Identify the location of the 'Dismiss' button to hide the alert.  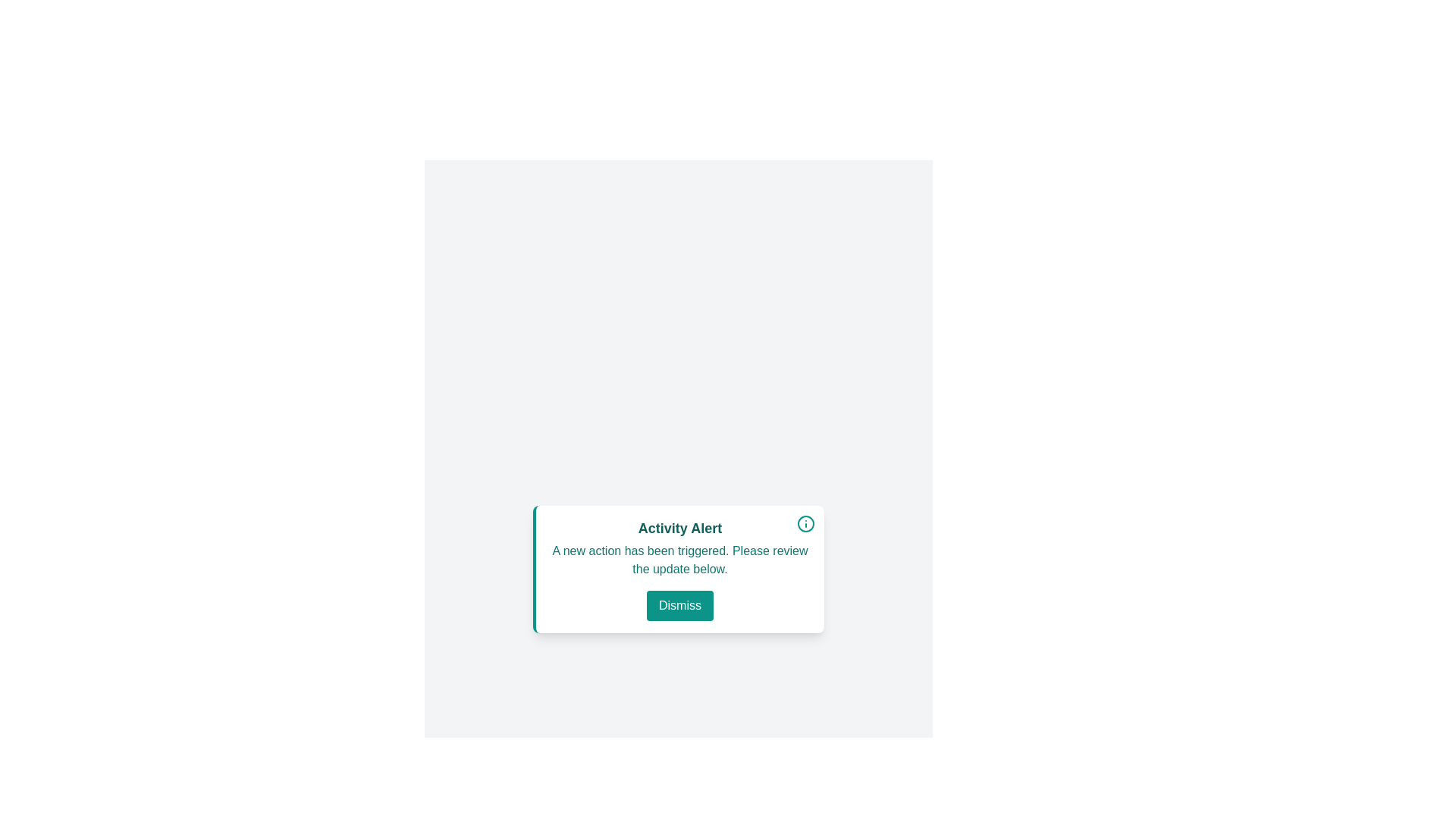
(679, 604).